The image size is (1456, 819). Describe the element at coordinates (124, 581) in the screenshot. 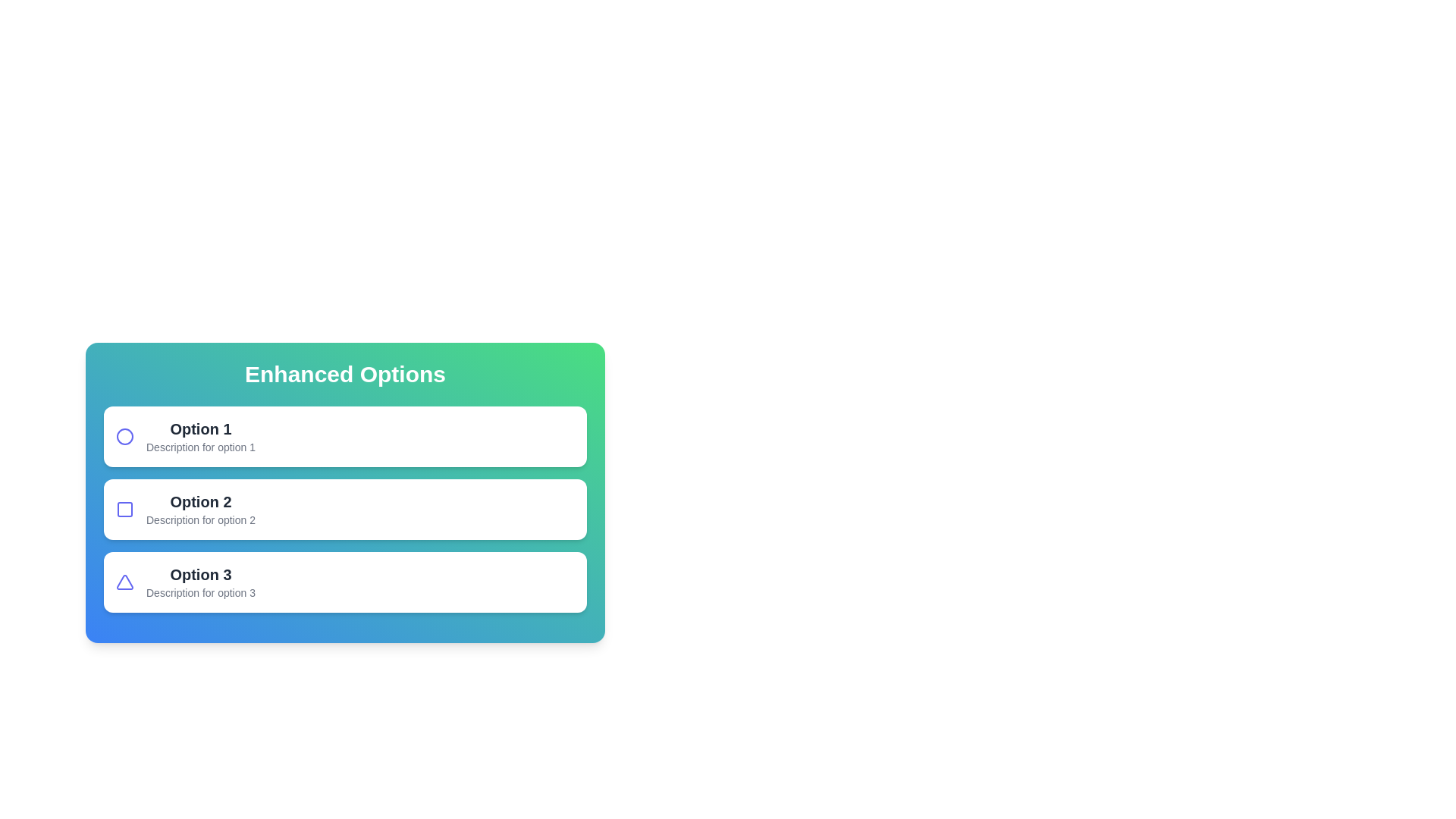

I see `the triangular warning icon located to the left of the text 'Option 3'` at that location.